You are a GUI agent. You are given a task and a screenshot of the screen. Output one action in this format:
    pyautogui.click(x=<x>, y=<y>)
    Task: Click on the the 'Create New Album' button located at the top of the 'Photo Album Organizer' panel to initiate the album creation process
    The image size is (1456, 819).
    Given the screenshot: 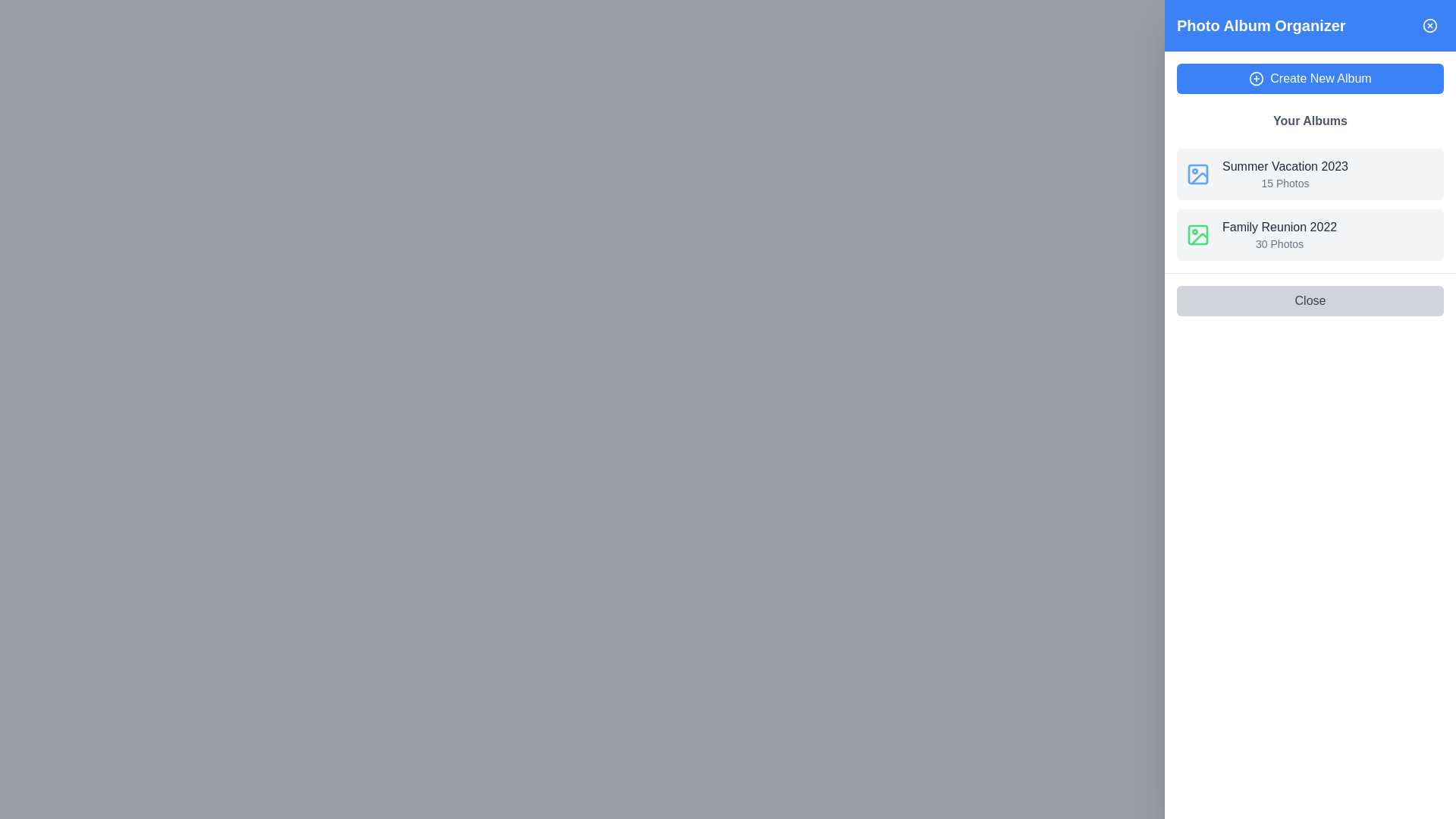 What is the action you would take?
    pyautogui.click(x=1310, y=79)
    